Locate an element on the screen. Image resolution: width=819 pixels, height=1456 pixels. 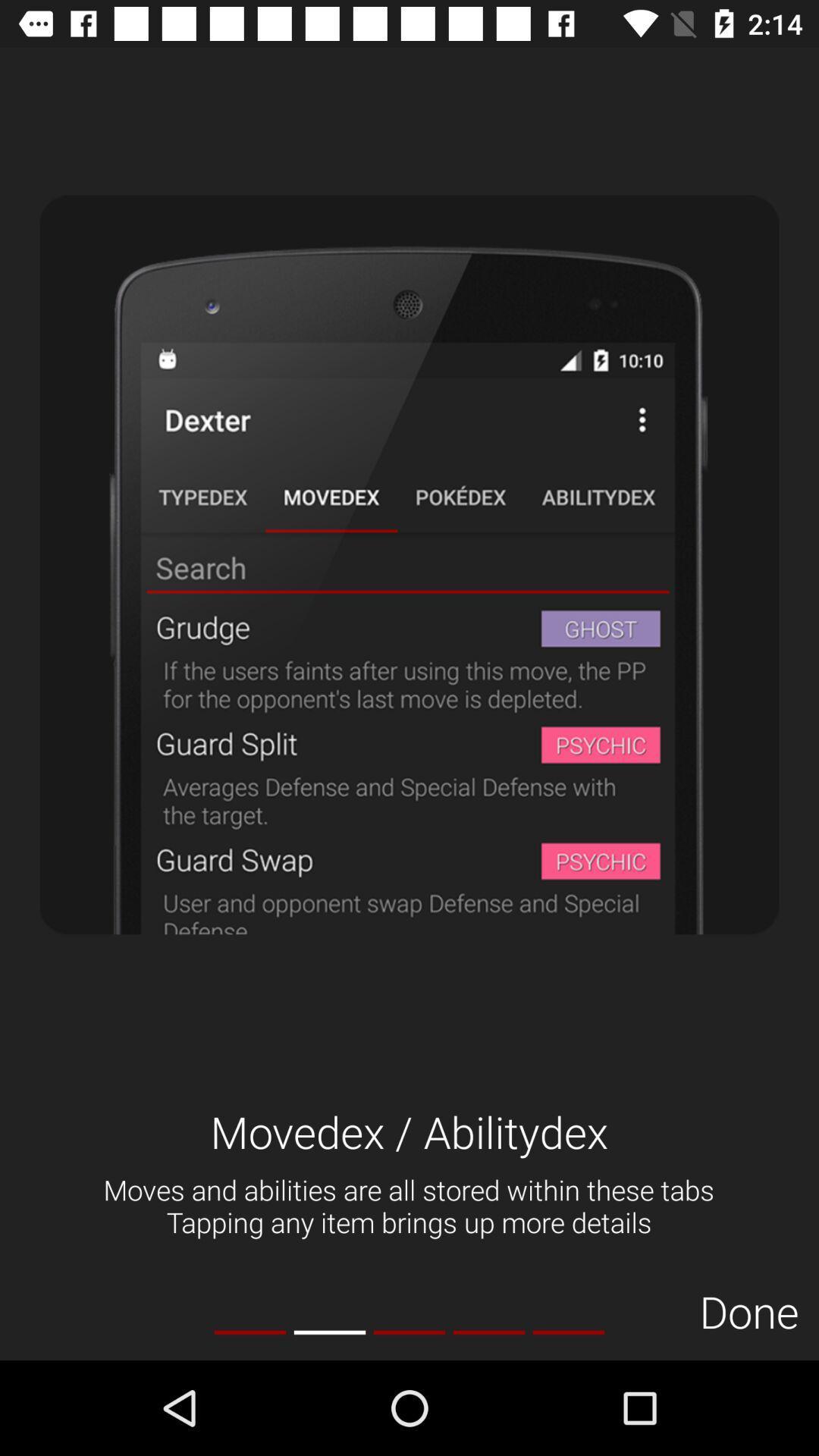
the icon at the bottom left corner is located at coordinates (249, 1332).